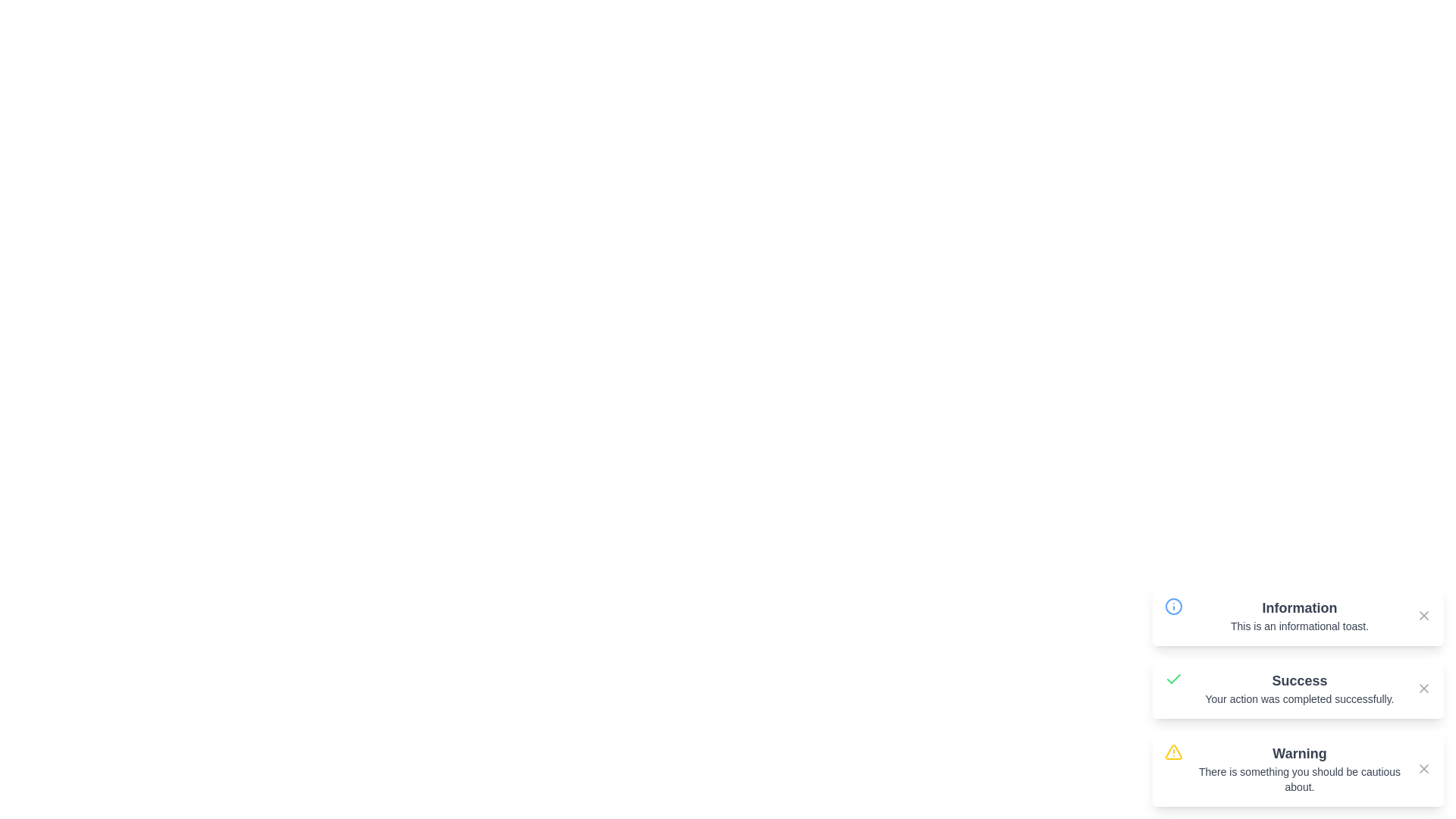 The height and width of the screenshot is (819, 1456). What do you see at coordinates (1298, 698) in the screenshot?
I see `text label displaying 'Your action was completed successfully.' located within the 'Success' notification box` at bounding box center [1298, 698].